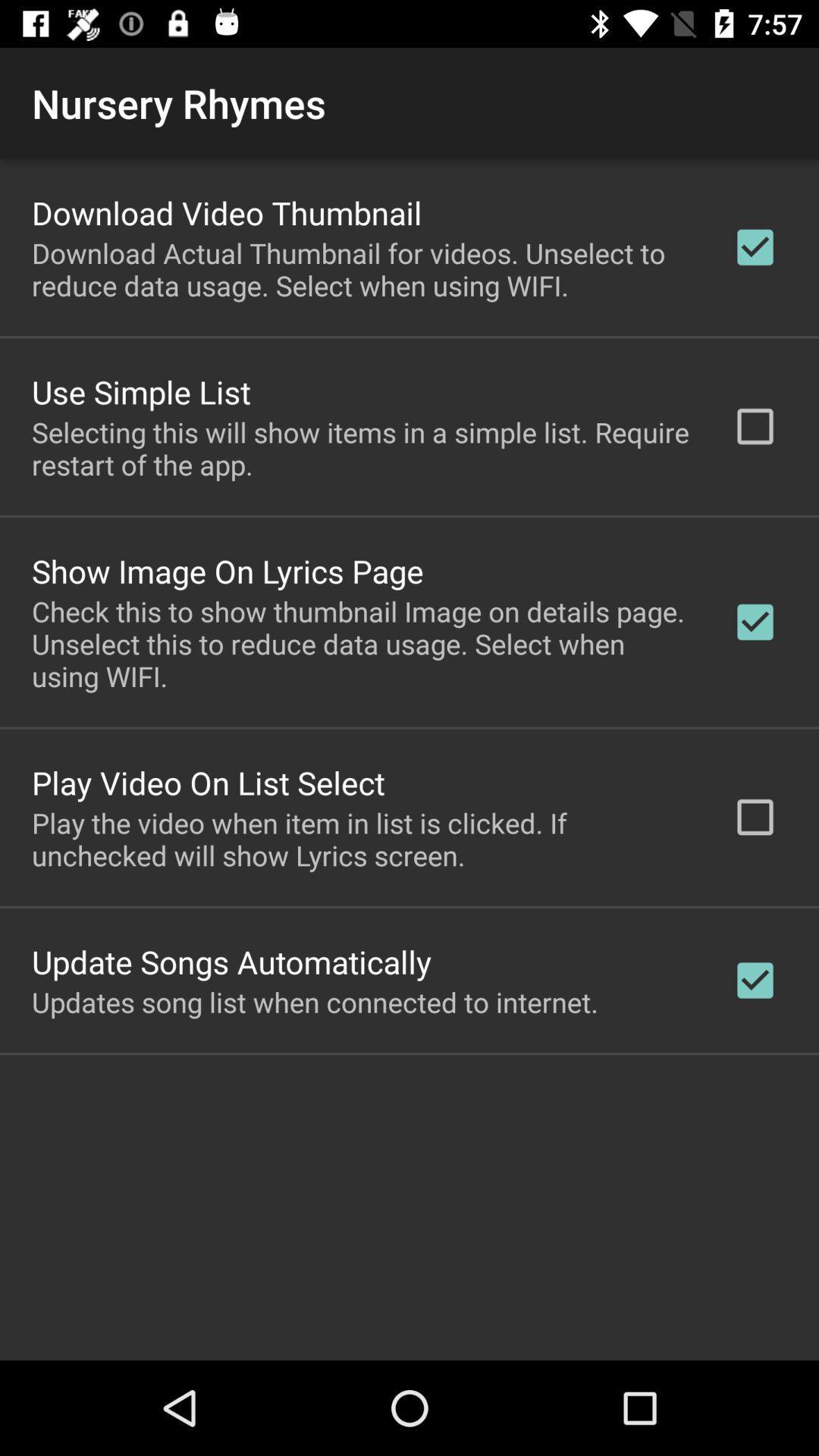 This screenshot has height=1456, width=819. What do you see at coordinates (362, 447) in the screenshot?
I see `item above show image on` at bounding box center [362, 447].